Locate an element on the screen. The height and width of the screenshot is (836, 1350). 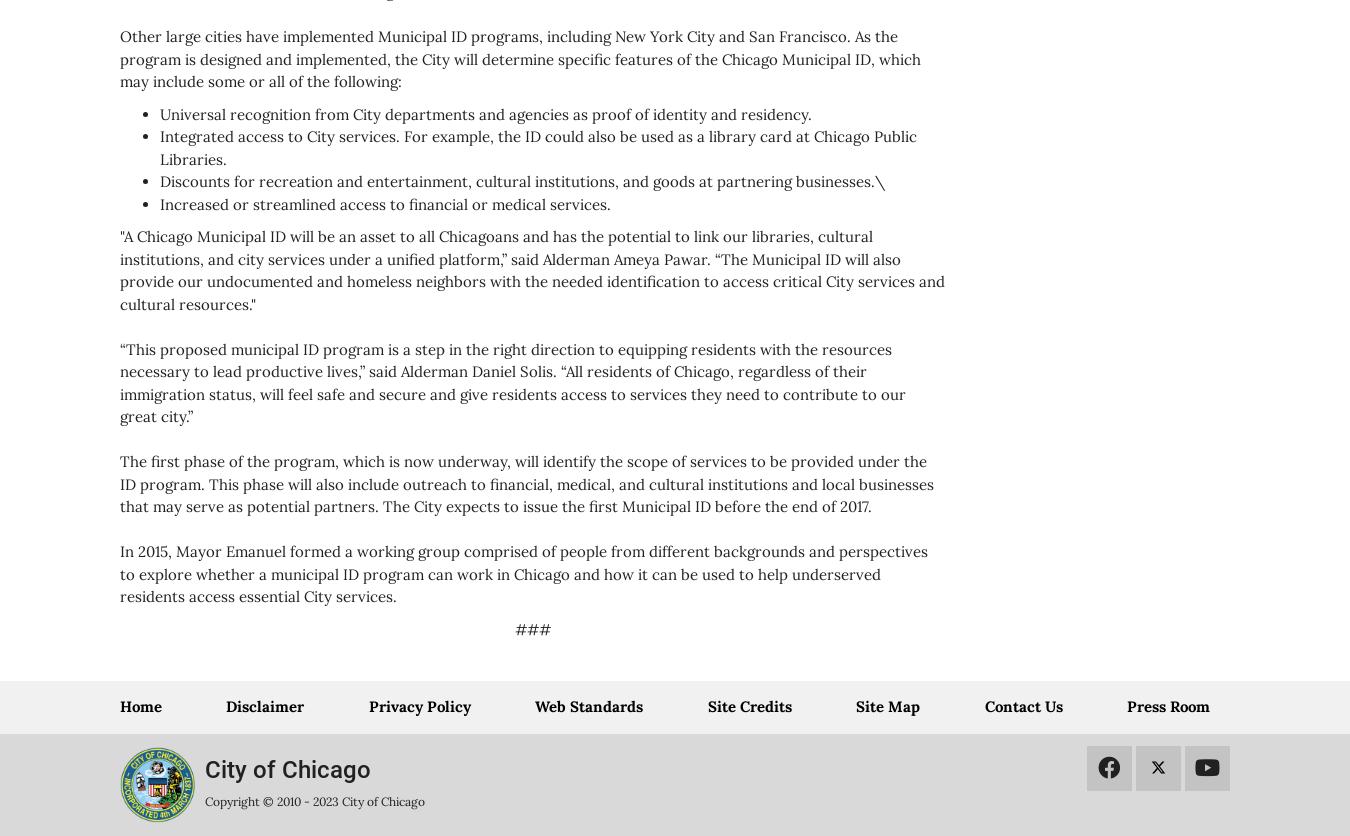
'Copyright © 2010 - 2023 City of Chicago' is located at coordinates (313, 800).